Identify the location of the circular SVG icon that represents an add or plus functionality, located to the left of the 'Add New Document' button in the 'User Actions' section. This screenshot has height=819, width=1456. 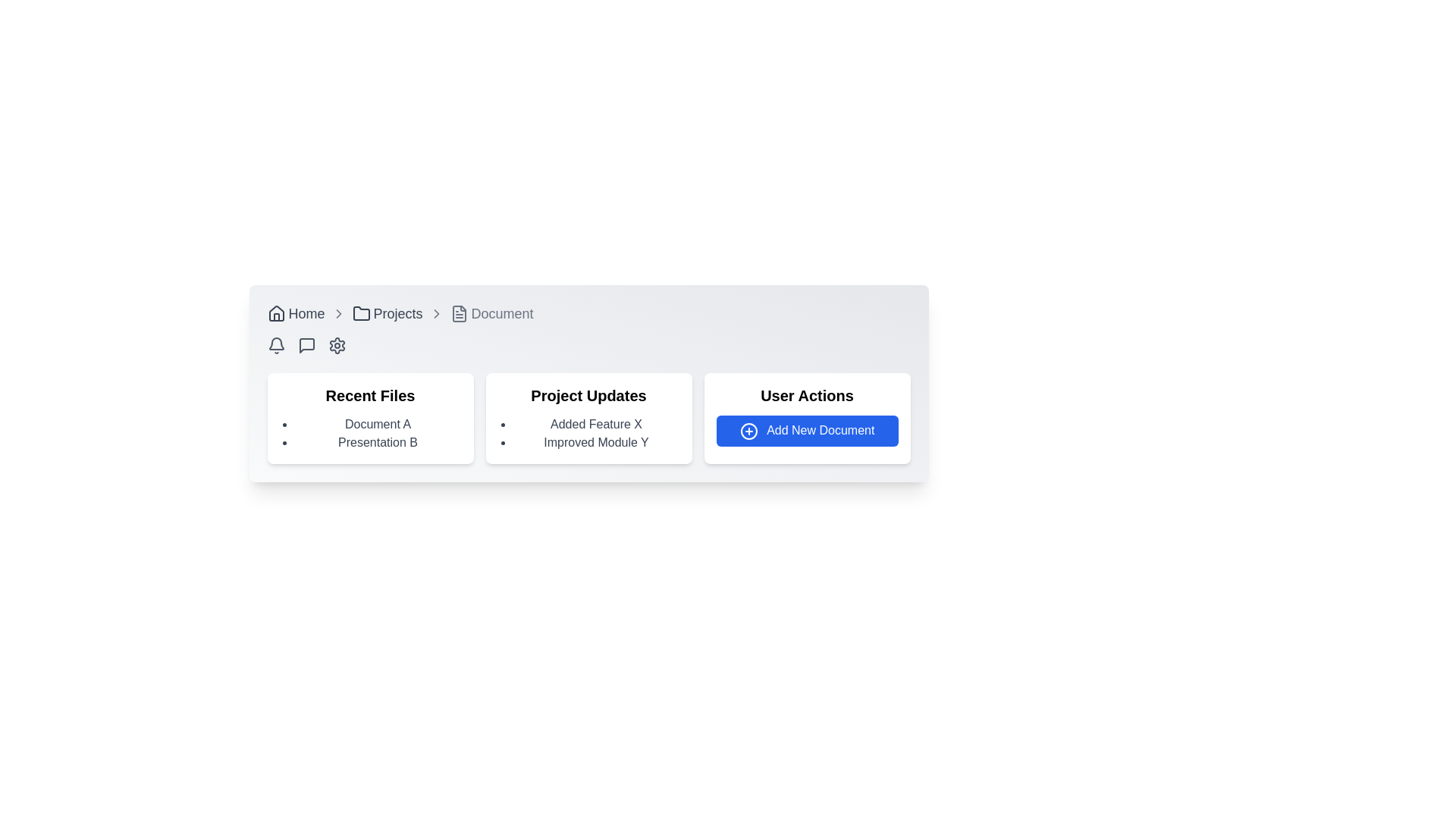
(748, 431).